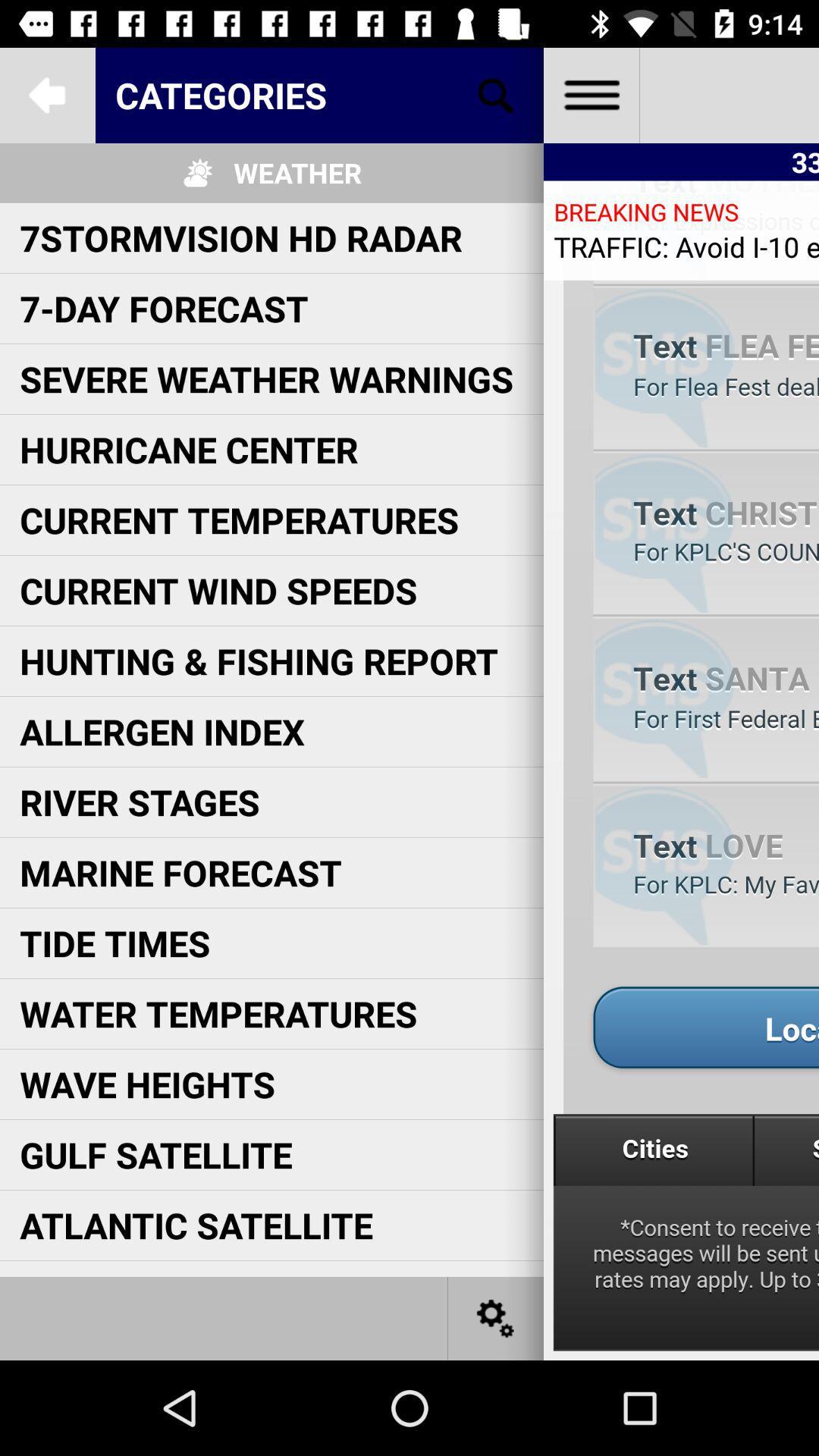  Describe the element at coordinates (590, 94) in the screenshot. I see `options button at top right corner` at that location.